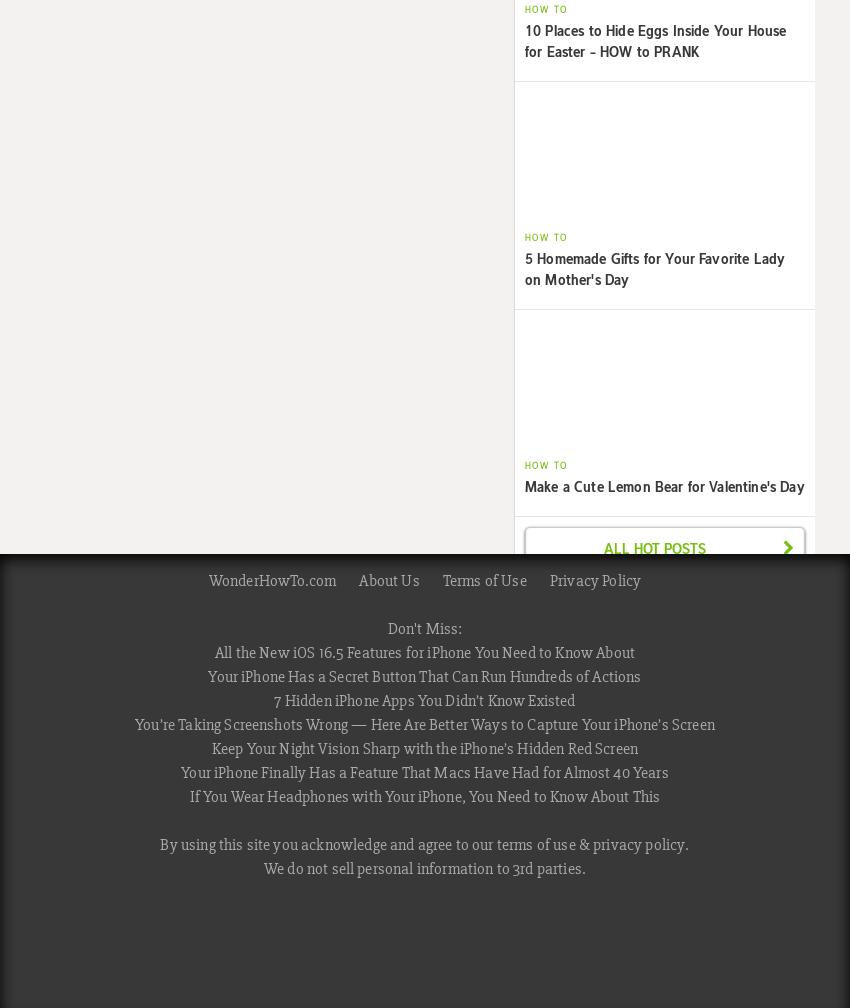  I want to click on 'Privacy Policy', so click(595, 580).